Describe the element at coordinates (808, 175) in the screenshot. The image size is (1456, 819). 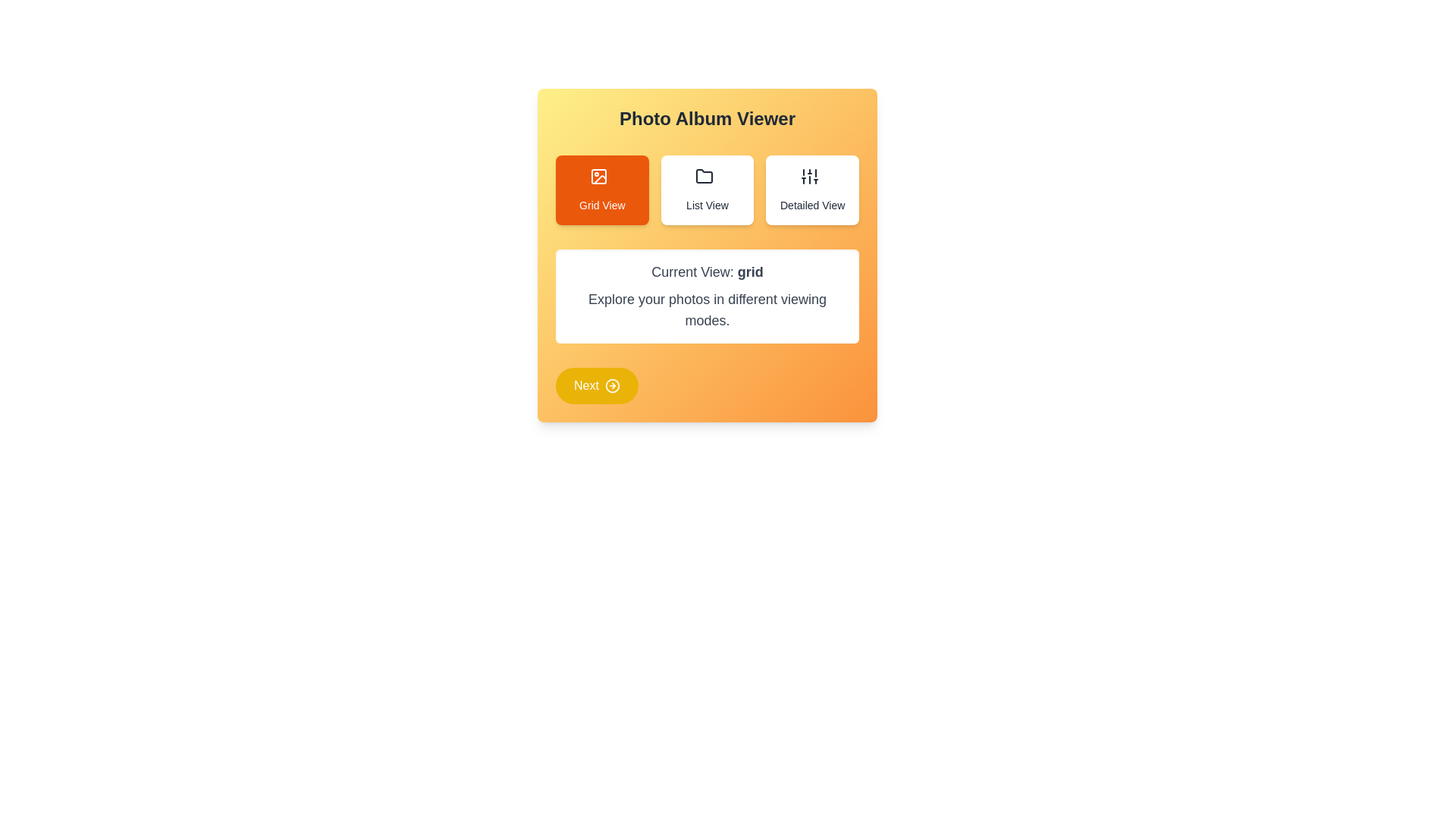
I see `the vertical sliders icon, which is represented by three vertical lines of varying lengths with small horizontal dashes intersecting them` at that location.